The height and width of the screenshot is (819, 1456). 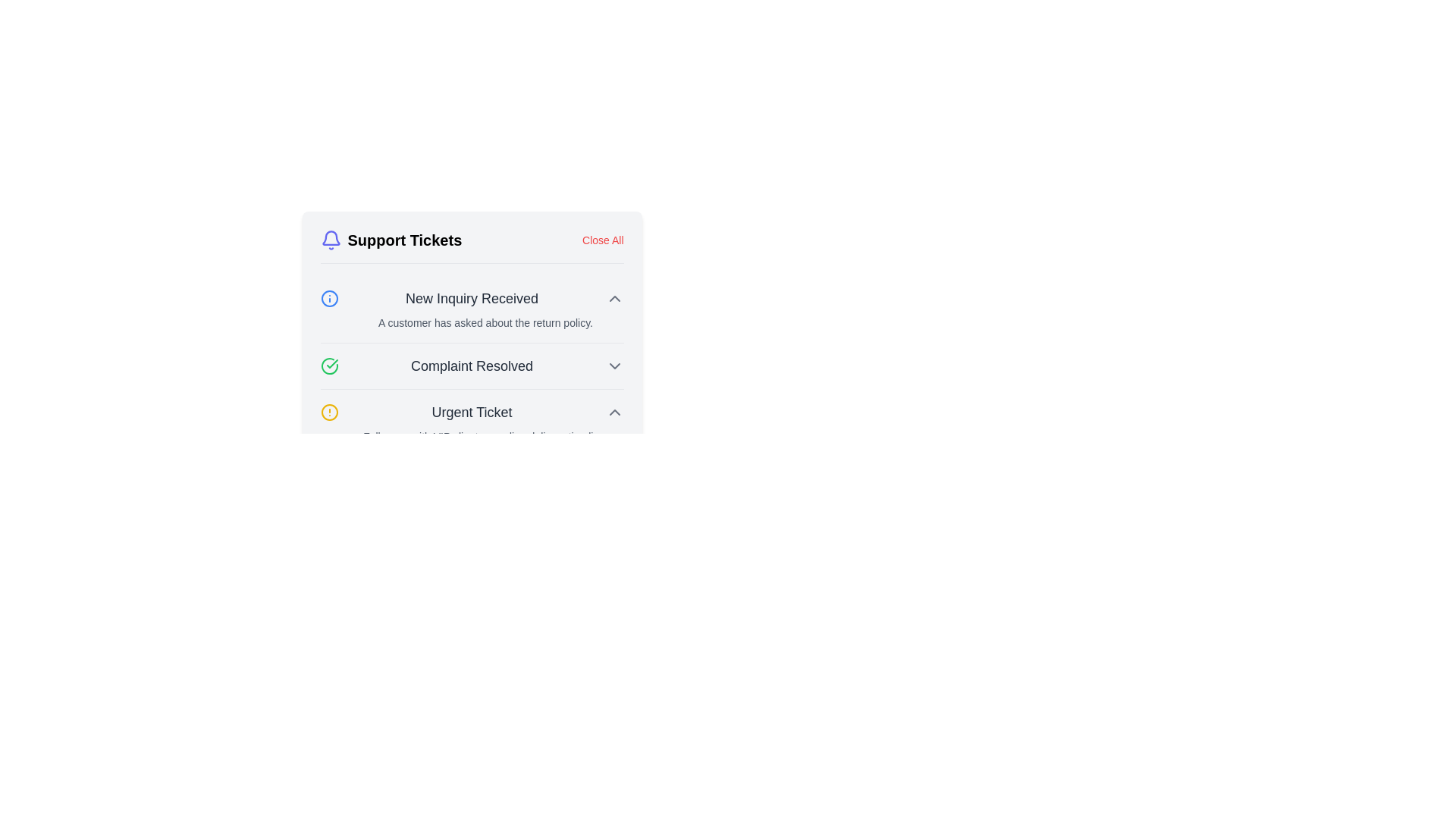 I want to click on the downward-facing chevron icon styled in gray located at the far-right of the 'Complaint Resolved' text, so click(x=614, y=366).